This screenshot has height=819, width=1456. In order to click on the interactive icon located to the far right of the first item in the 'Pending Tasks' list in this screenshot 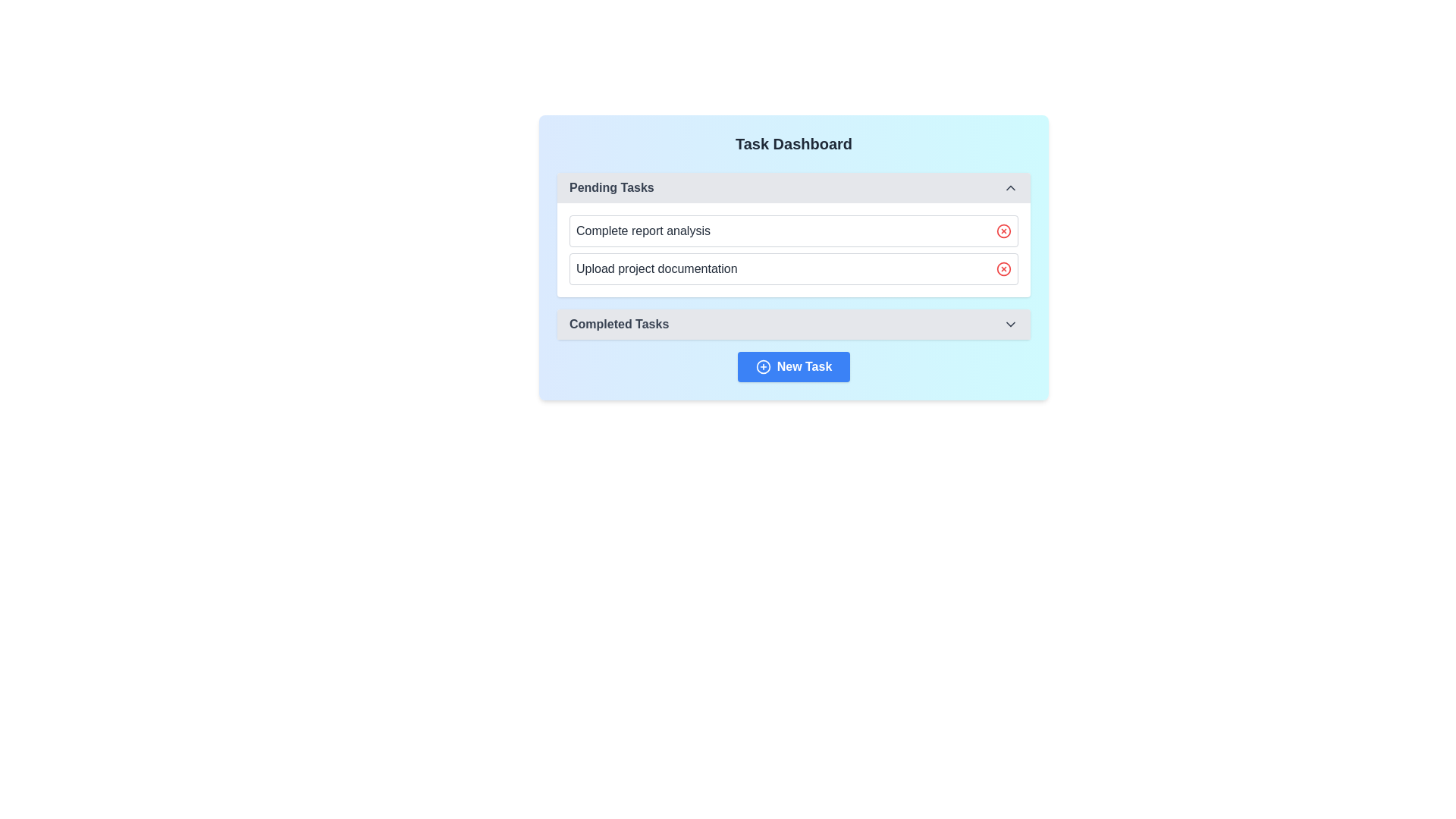, I will do `click(1004, 231)`.